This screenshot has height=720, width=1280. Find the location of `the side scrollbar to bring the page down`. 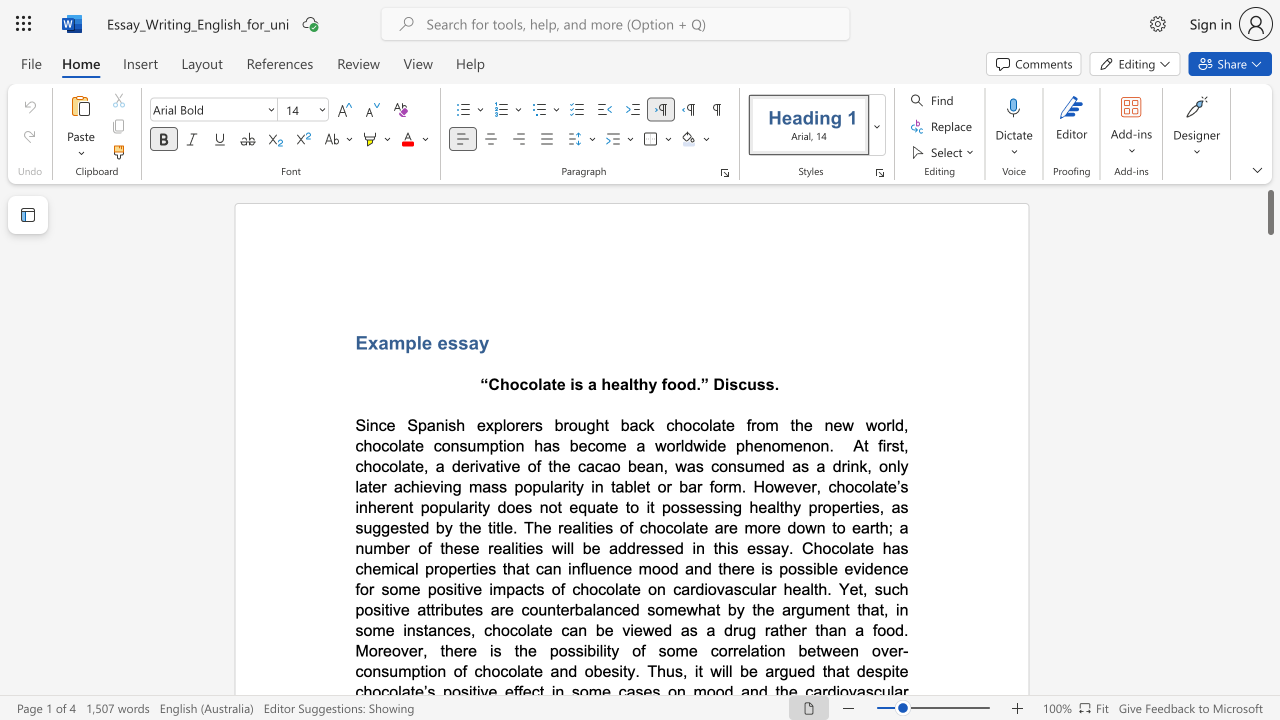

the side scrollbar to bring the page down is located at coordinates (1269, 318).